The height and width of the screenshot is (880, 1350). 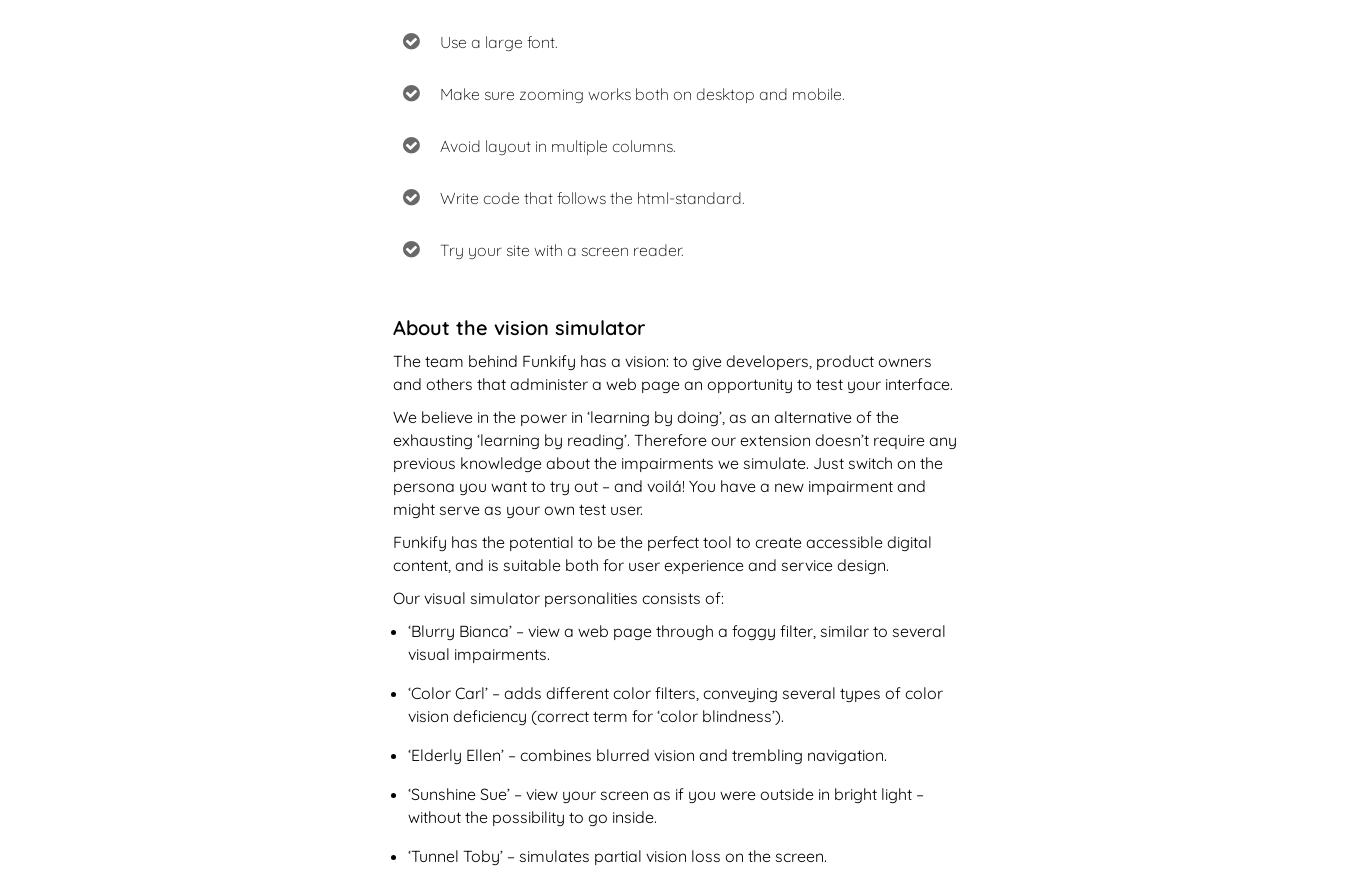 I want to click on 'The team behind Funkify has a vision: to give developers, product owners and others that administer a web page an opportunity to test your interface.', so click(x=672, y=370).